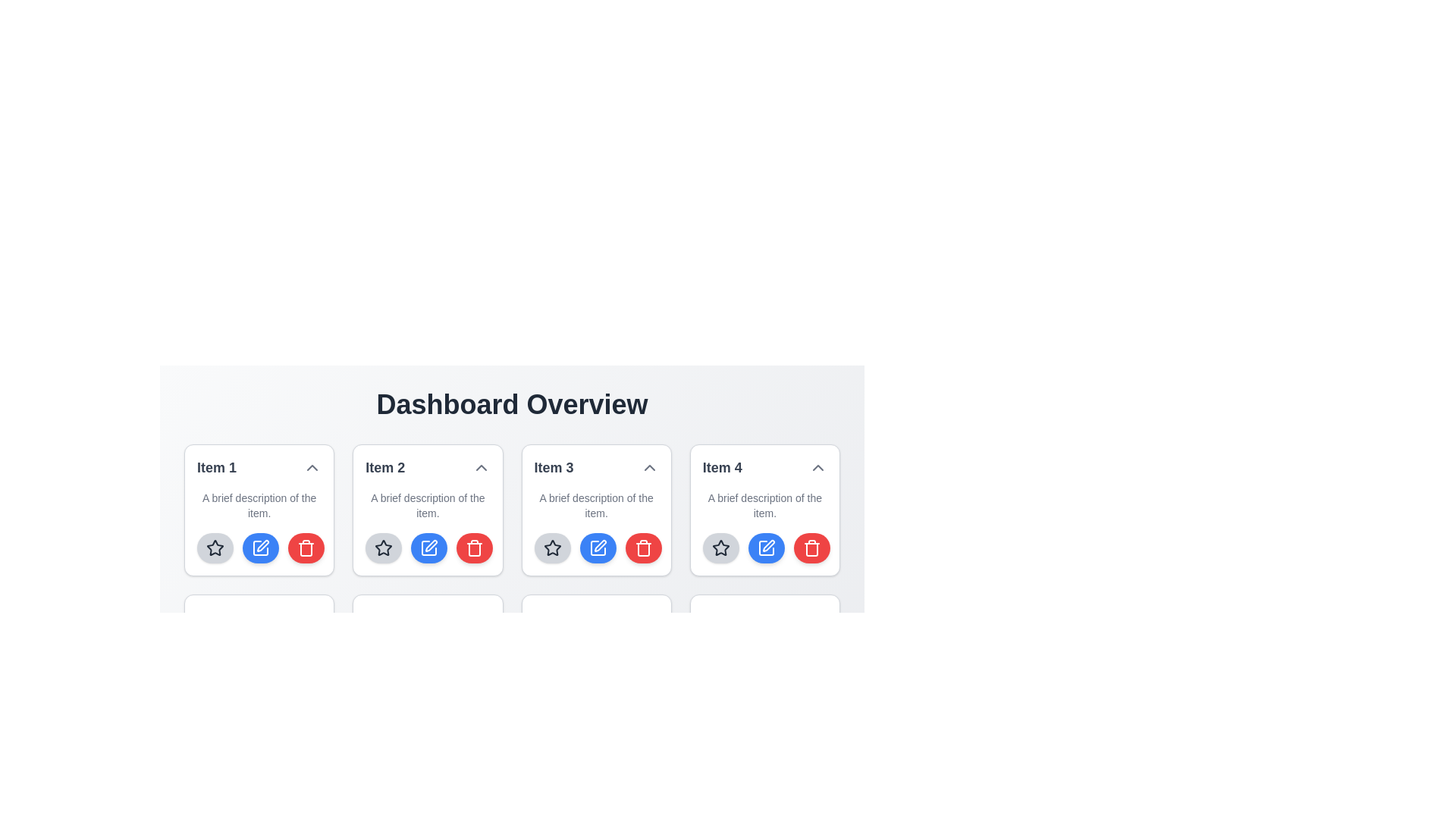  What do you see at coordinates (384, 548) in the screenshot?
I see `the star-shaped icon button with a gray background located under 'Item 2'` at bounding box center [384, 548].